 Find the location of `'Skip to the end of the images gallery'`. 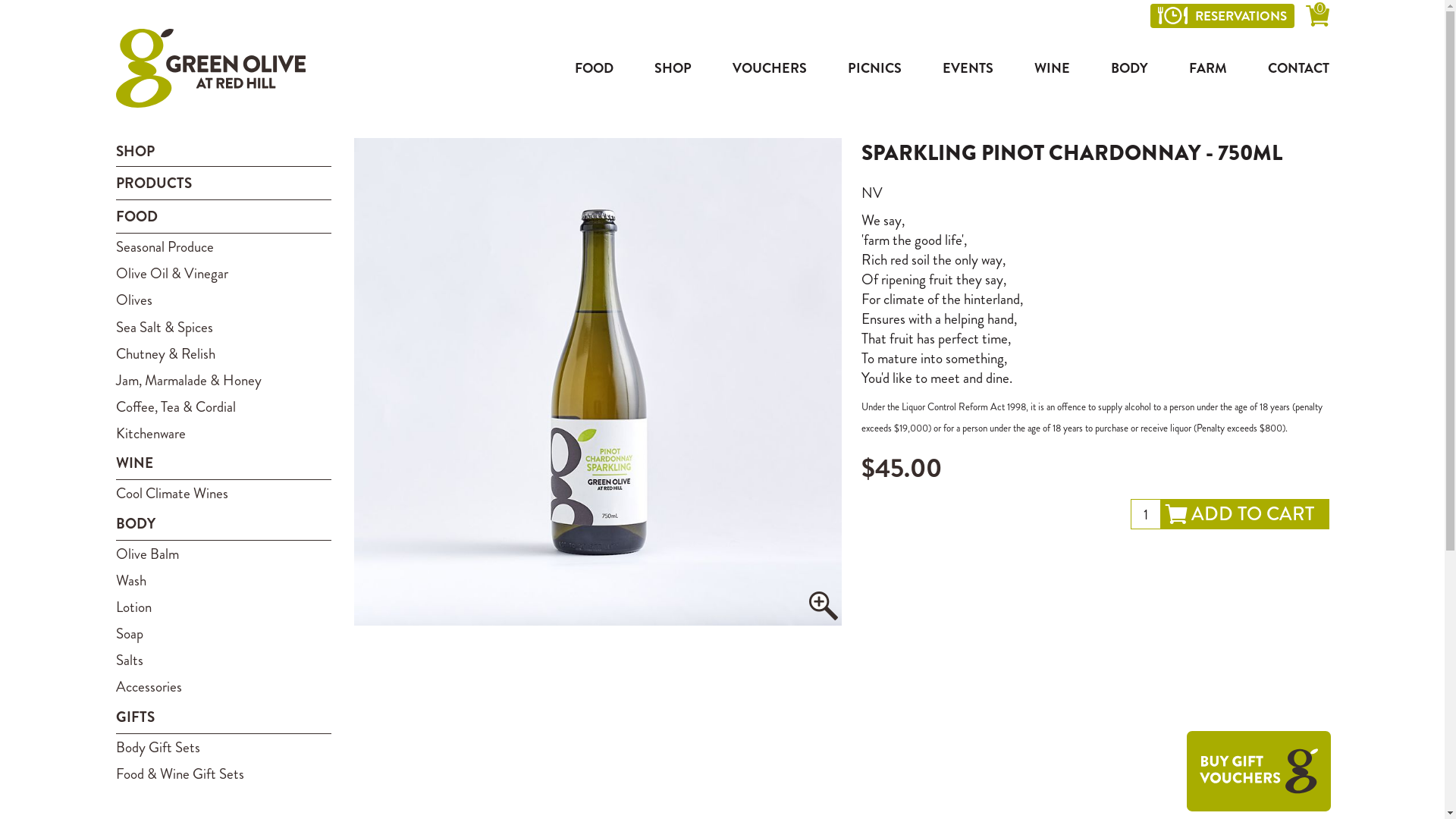

'Skip to the end of the images gallery' is located at coordinates (353, 137).